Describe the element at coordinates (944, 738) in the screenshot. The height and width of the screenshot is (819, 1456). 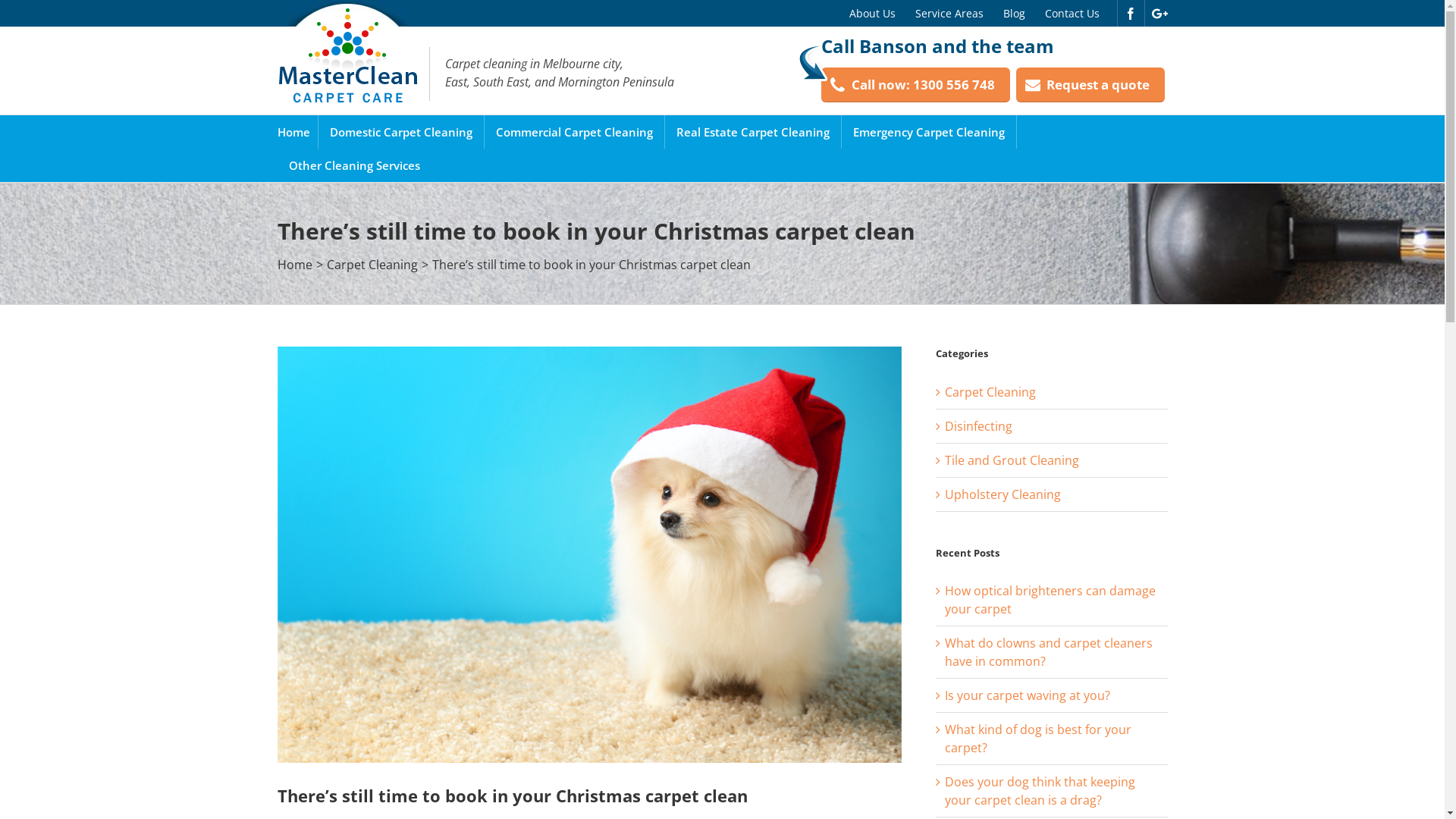
I see `'What kind of dog is best for your carpet?'` at that location.